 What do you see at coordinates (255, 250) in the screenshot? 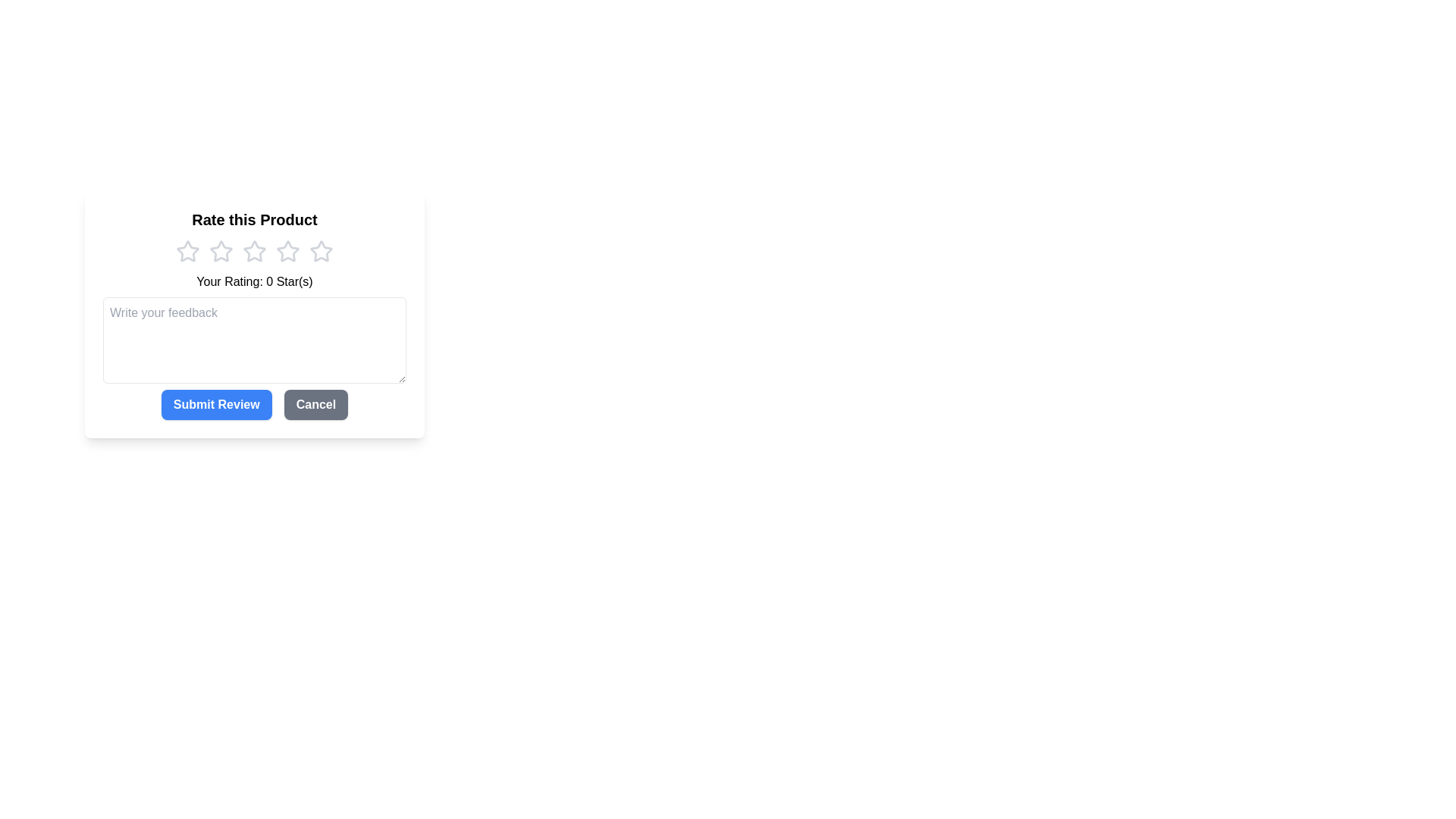
I see `the second star from the left in the rating component` at bounding box center [255, 250].